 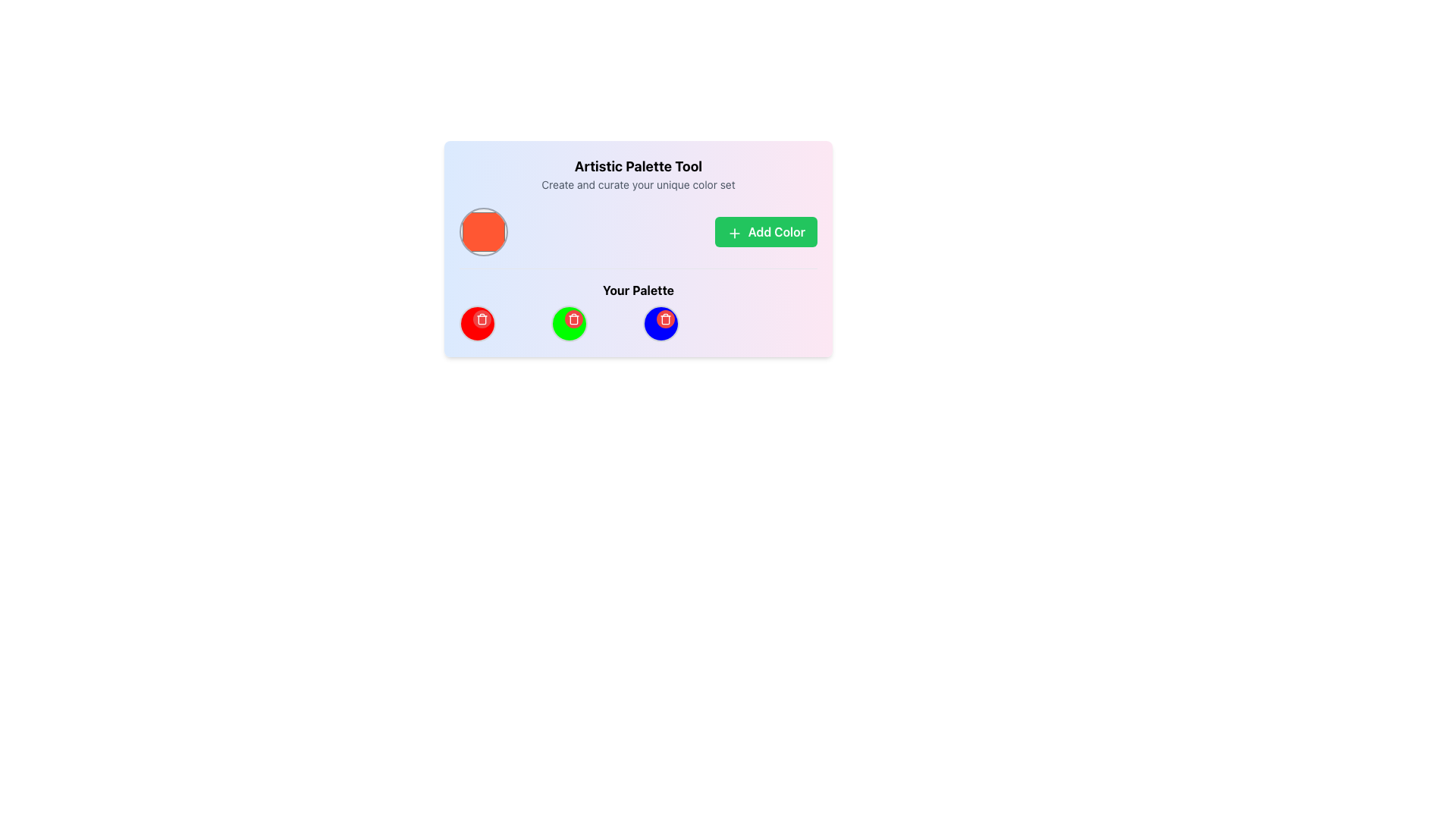 I want to click on the button located in the 'Artistic Palette Tool' section, positioned to the right of the circular orange color swatch, so click(x=765, y=231).